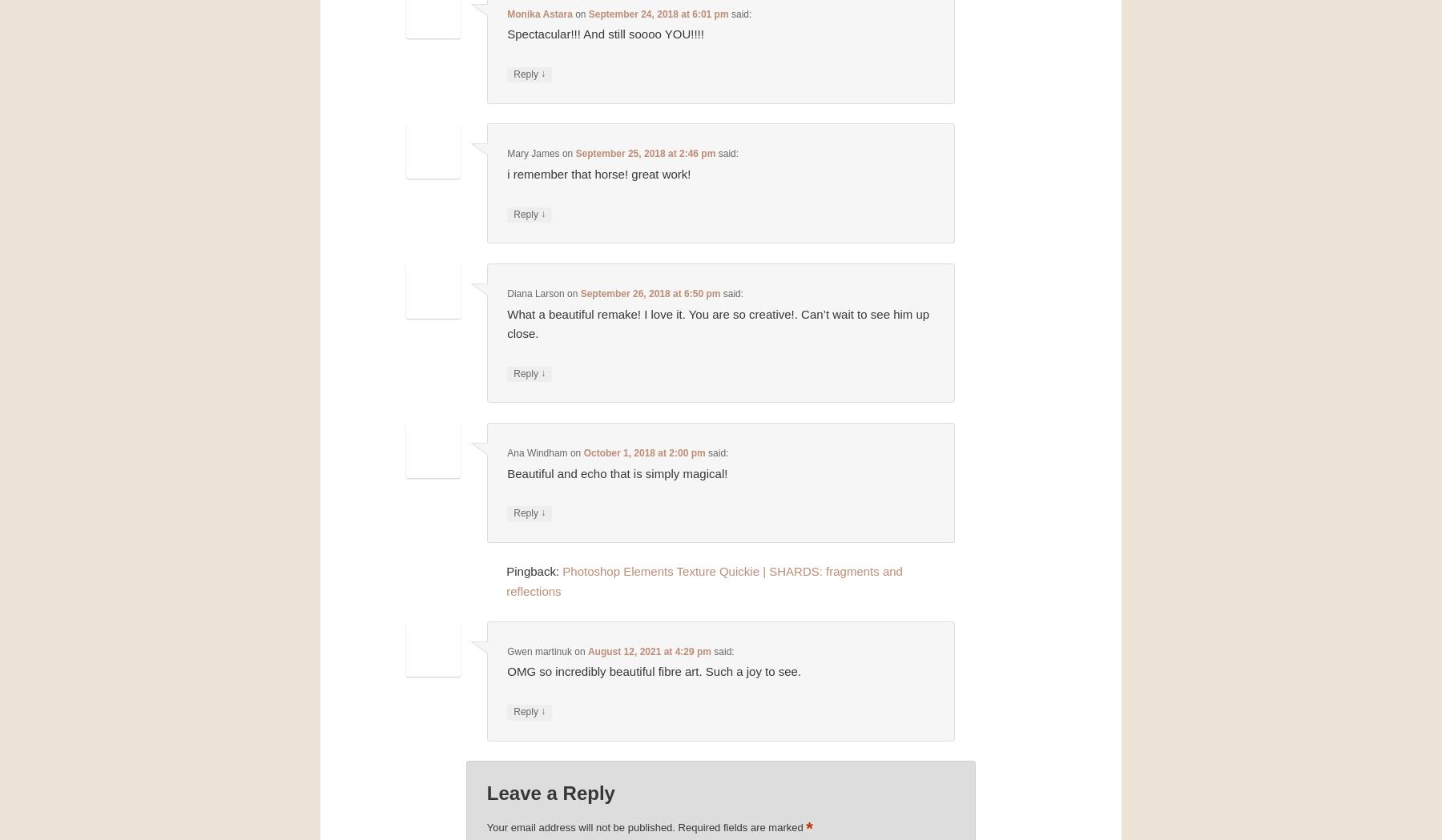 The image size is (1442, 840). What do you see at coordinates (533, 152) in the screenshot?
I see `'Mary James'` at bounding box center [533, 152].